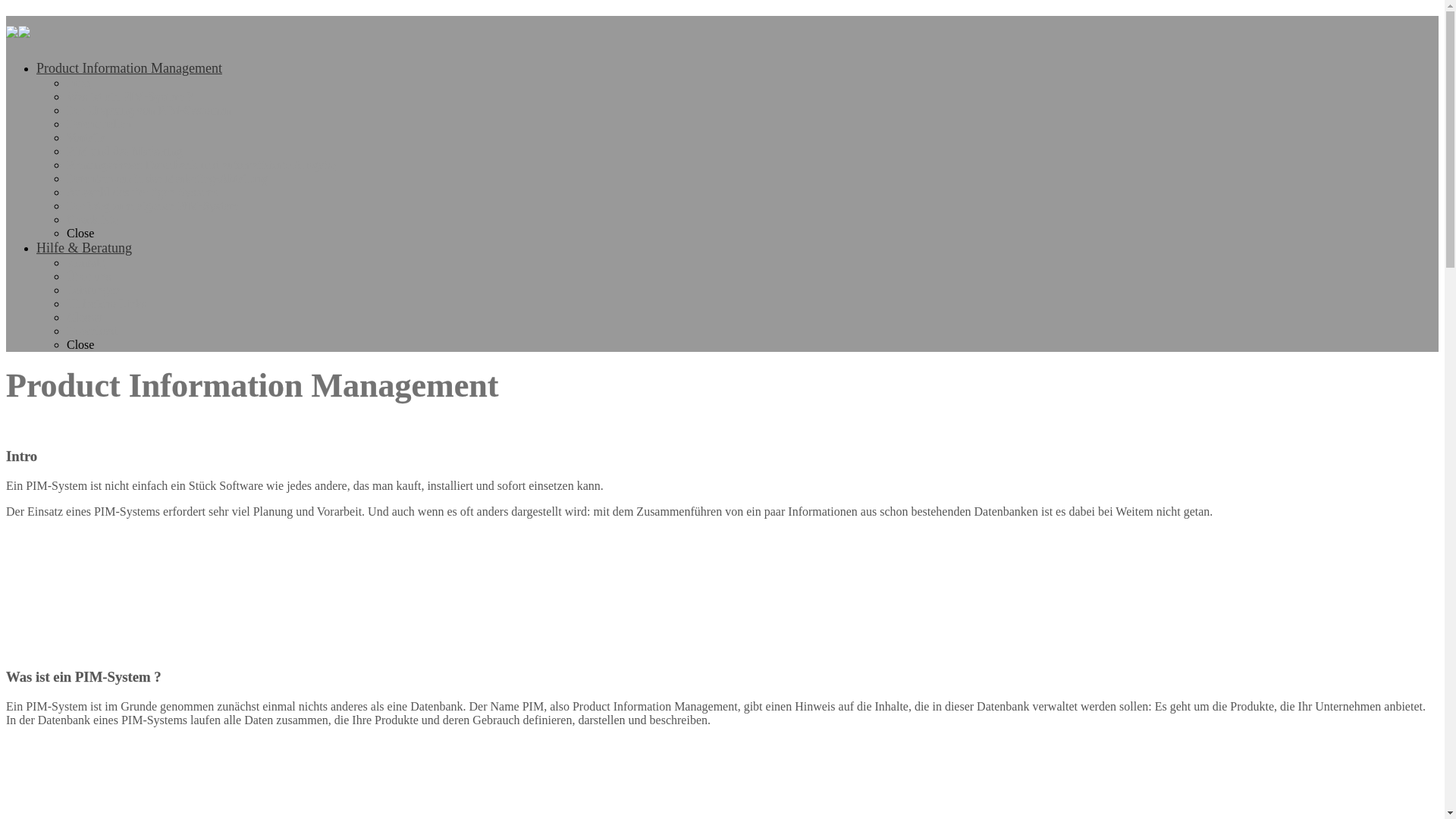  I want to click on 'Datenbanken in der Marketing-Abteilung', so click(167, 177).